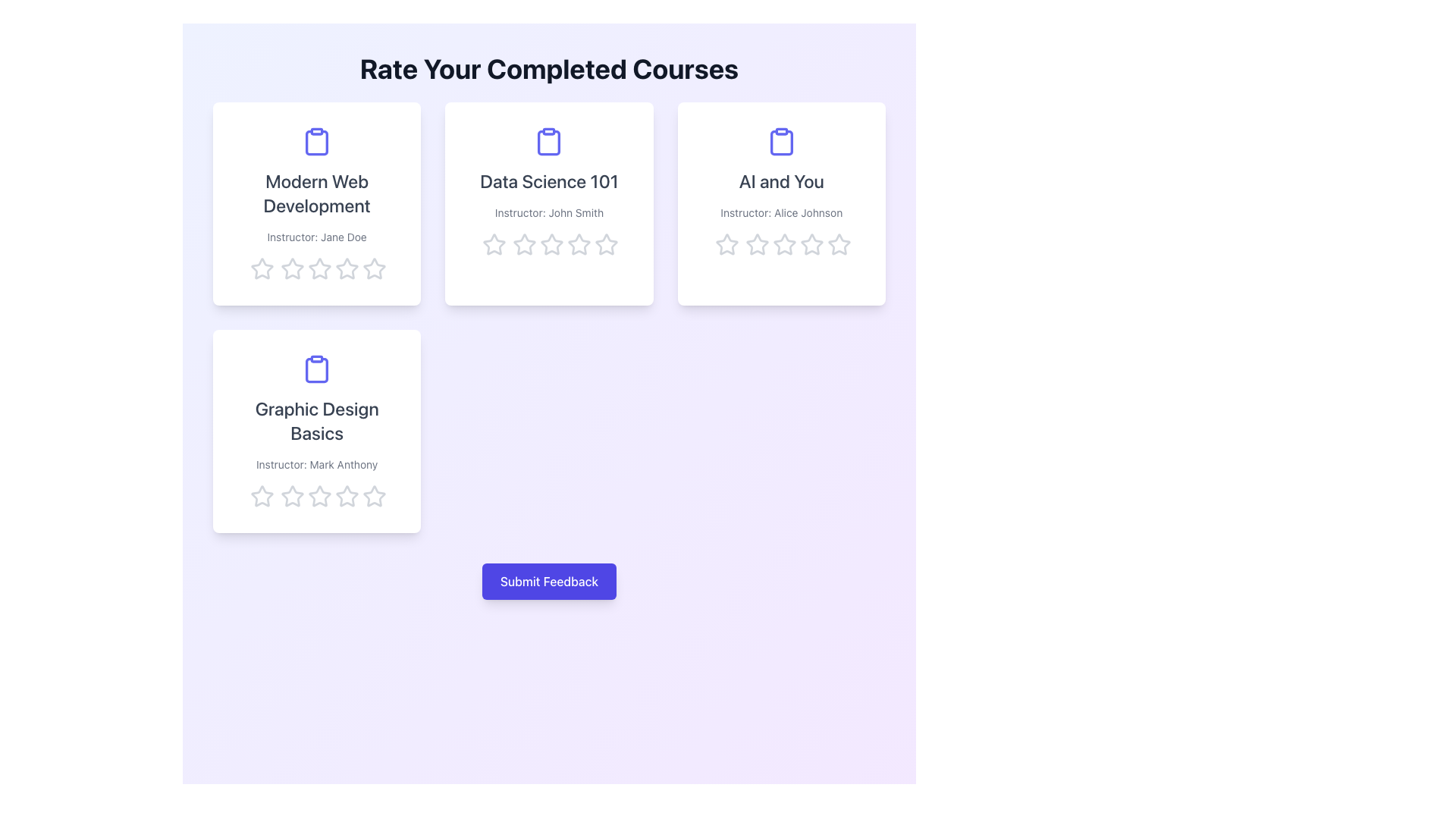 The width and height of the screenshot is (1456, 819). I want to click on the third star icon in the five-star rating set for the course 'AI and You', so click(838, 243).